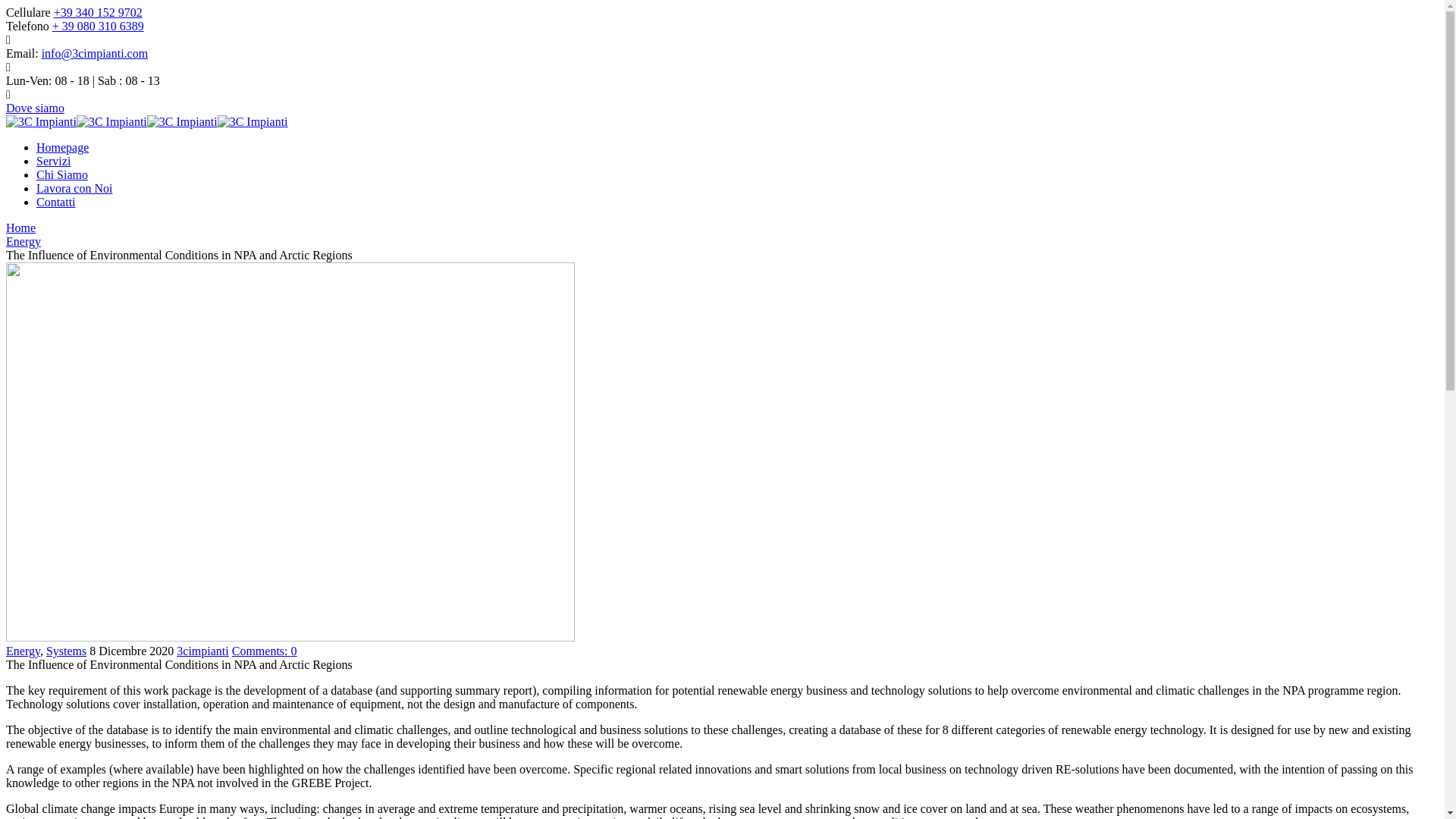  I want to click on 'Systems', so click(65, 650).